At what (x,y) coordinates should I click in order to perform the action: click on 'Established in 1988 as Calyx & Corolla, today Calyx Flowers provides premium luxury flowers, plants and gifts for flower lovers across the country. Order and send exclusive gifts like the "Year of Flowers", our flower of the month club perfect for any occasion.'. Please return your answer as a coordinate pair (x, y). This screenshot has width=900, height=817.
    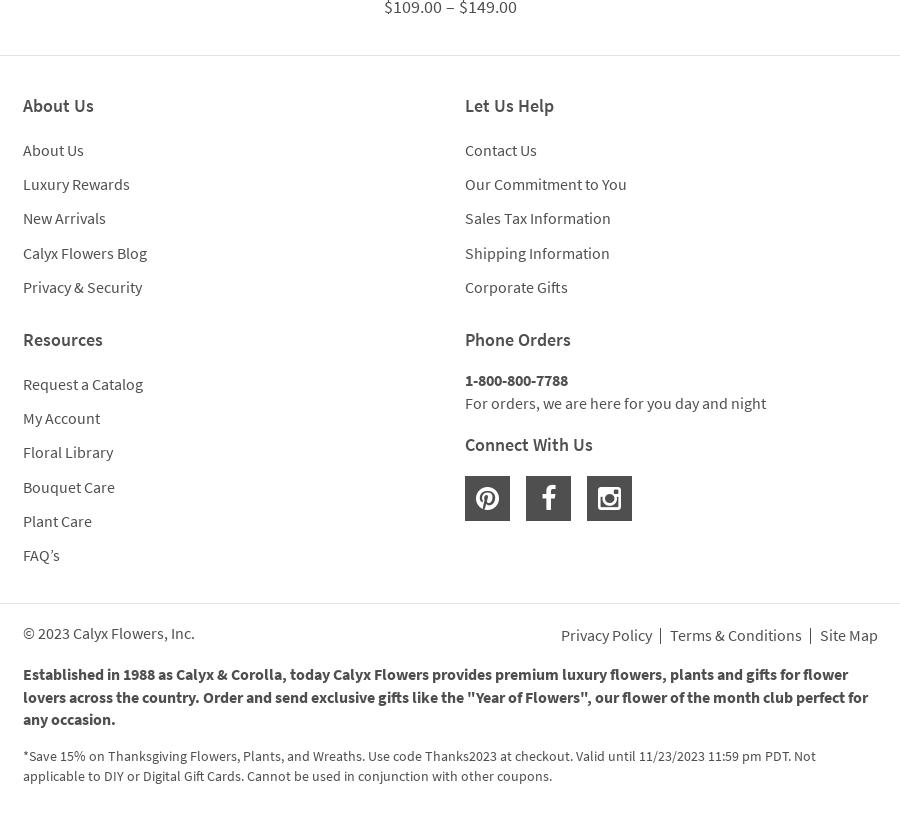
    Looking at the image, I should click on (444, 695).